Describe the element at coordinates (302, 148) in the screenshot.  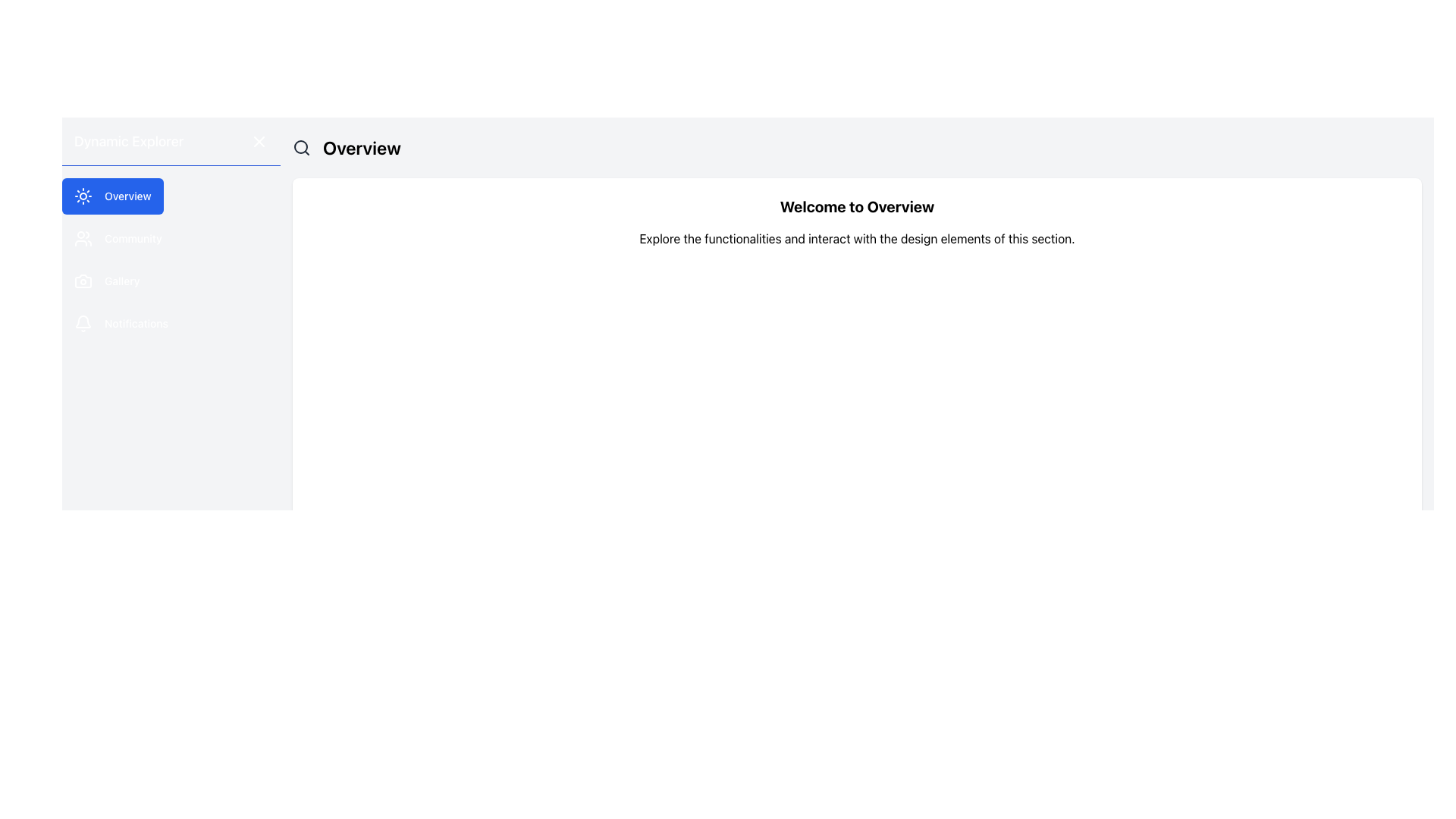
I see `the magnifying glass icon button, which is styled in black and represents a search function, located to the left of the text 'Overview' in the upper section of the interface` at that location.